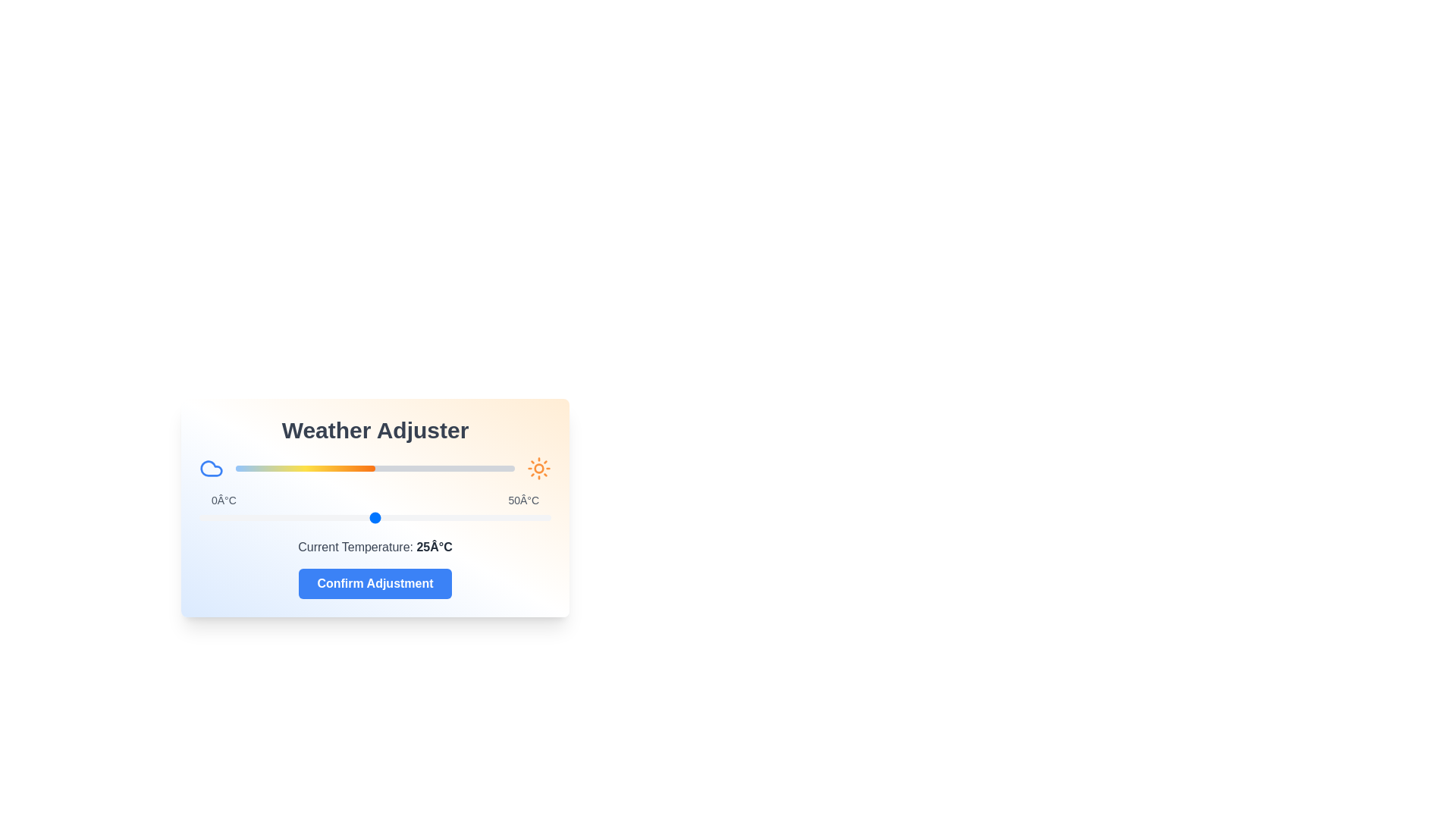 The image size is (1456, 819). I want to click on the temperature slider to set the temperature to 36°C, so click(452, 516).